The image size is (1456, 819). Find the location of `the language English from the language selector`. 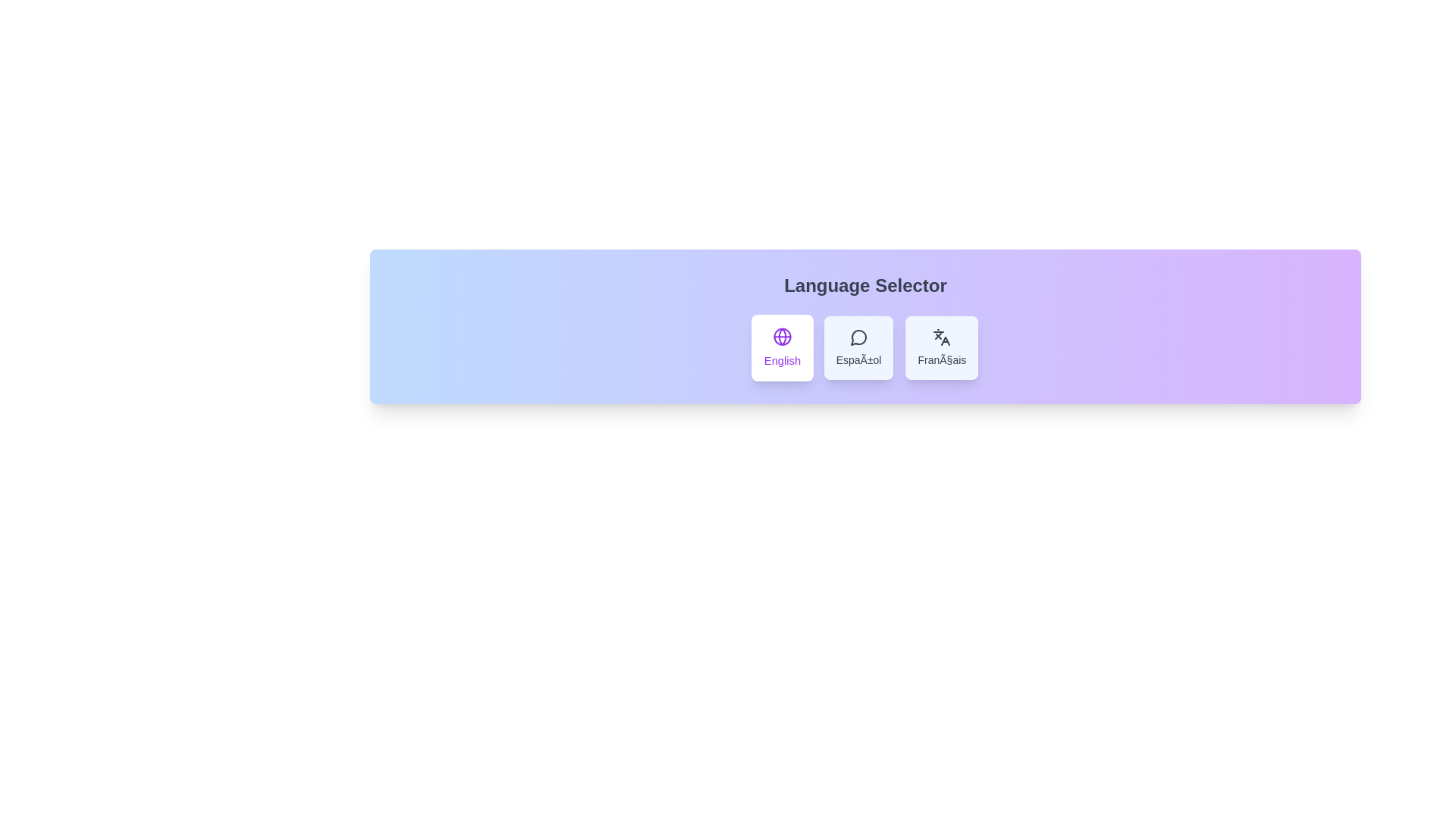

the language English from the language selector is located at coordinates (782, 348).